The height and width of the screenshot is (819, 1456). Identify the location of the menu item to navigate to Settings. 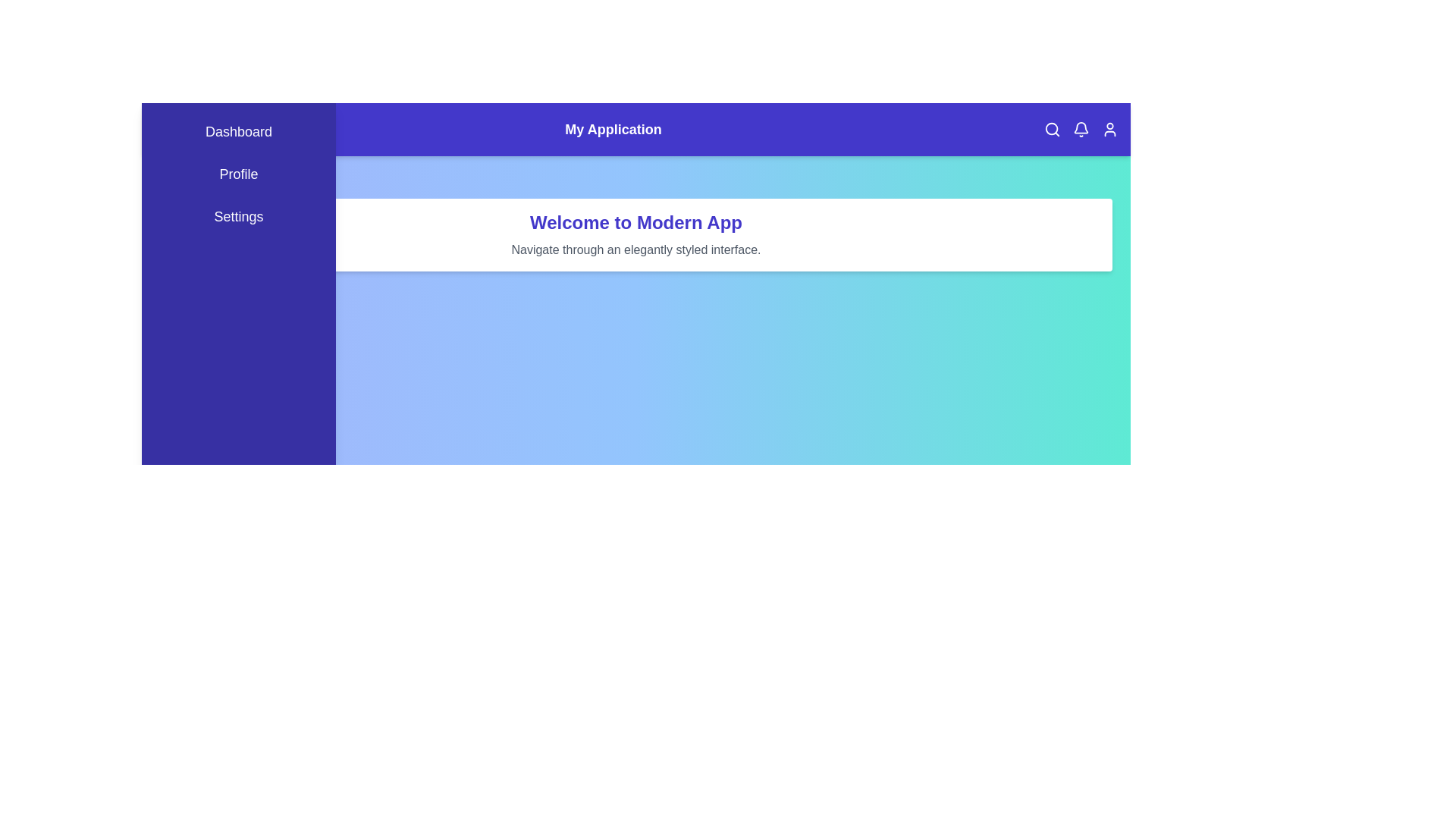
(238, 216).